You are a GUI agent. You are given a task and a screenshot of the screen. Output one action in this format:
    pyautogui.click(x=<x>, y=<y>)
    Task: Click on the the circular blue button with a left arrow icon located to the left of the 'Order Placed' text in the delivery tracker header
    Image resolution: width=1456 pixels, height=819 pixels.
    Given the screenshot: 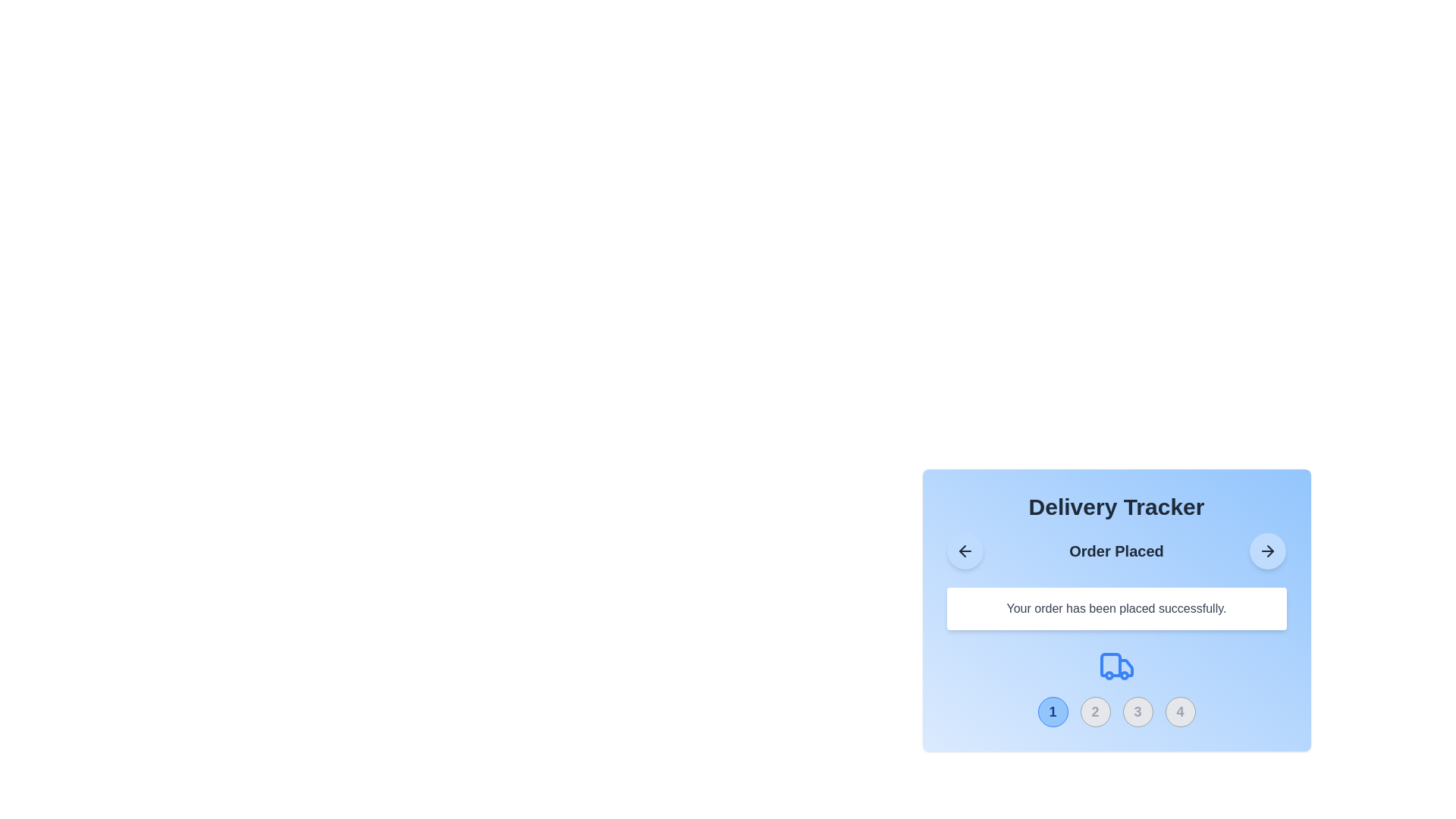 What is the action you would take?
    pyautogui.click(x=964, y=551)
    